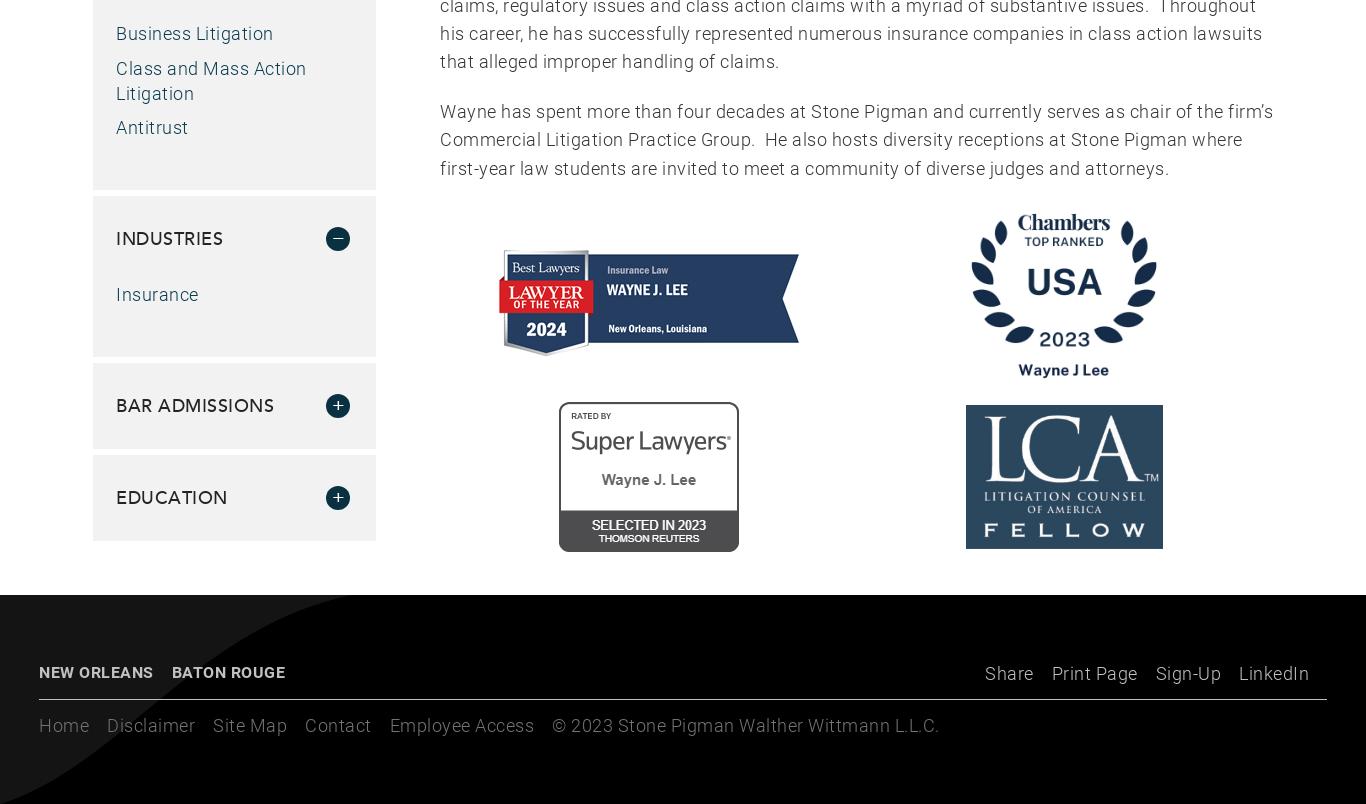 The image size is (1366, 804). What do you see at coordinates (1273, 672) in the screenshot?
I see `'LinkedIn'` at bounding box center [1273, 672].